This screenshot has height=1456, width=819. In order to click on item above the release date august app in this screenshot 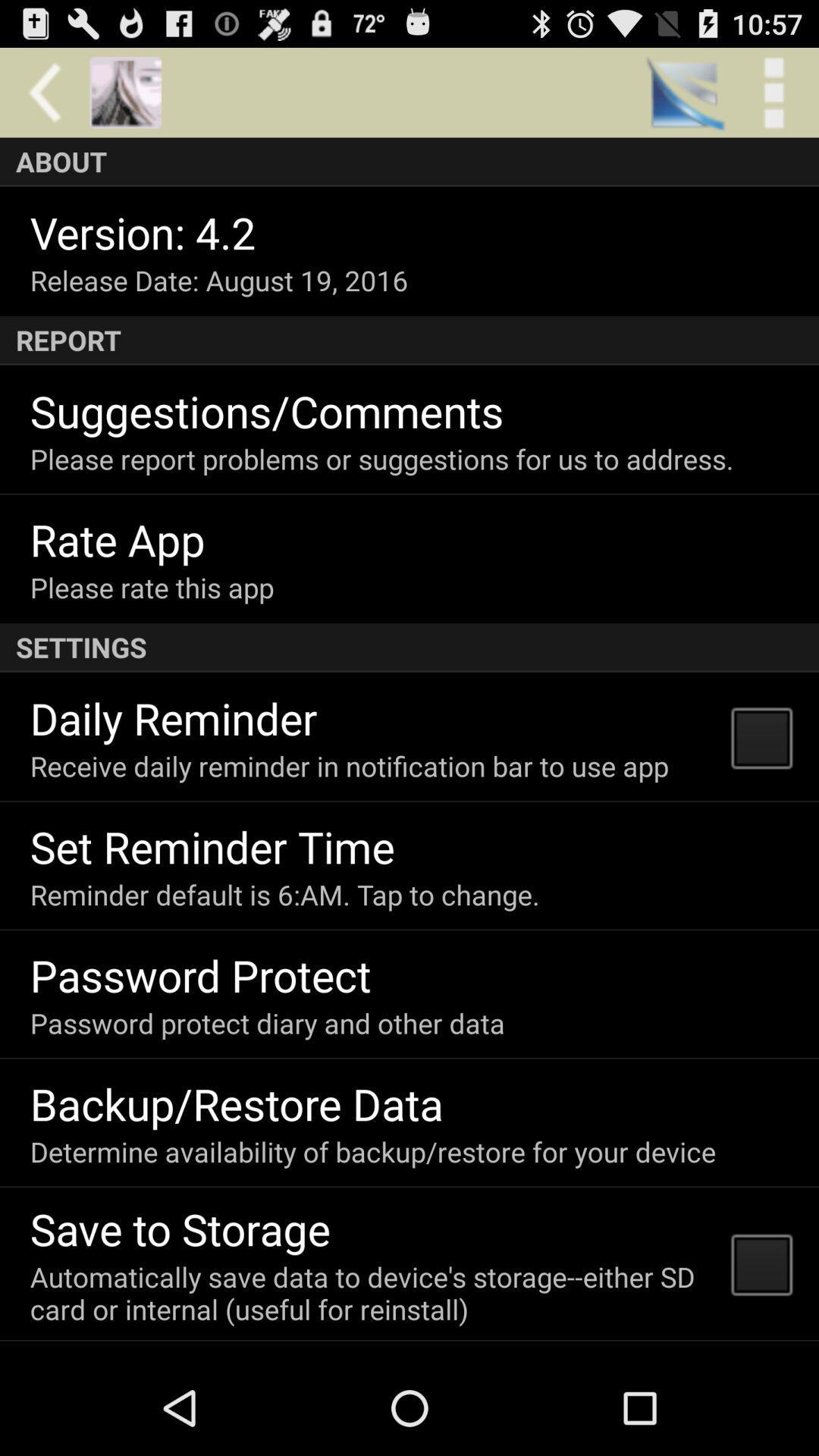, I will do `click(143, 231)`.